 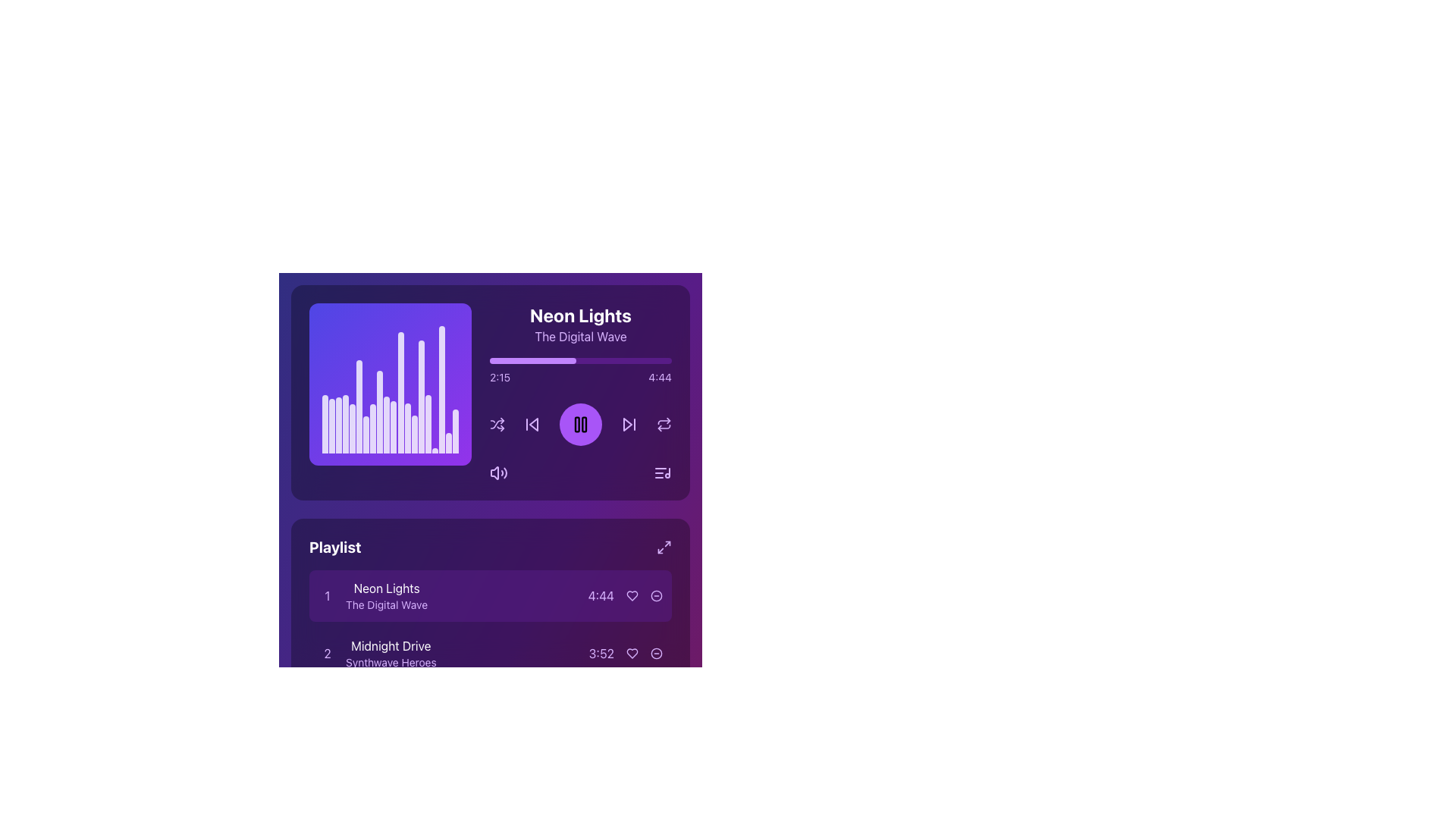 What do you see at coordinates (519, 360) in the screenshot?
I see `the progress` at bounding box center [519, 360].